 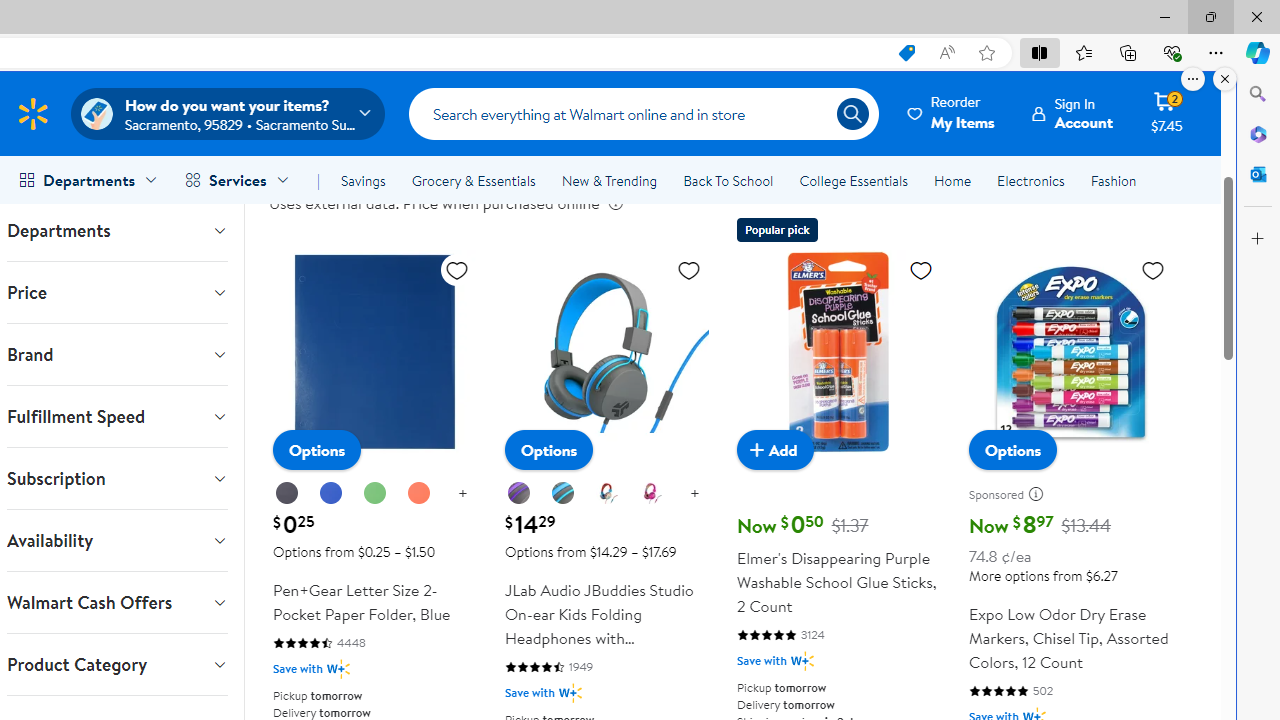 What do you see at coordinates (727, 181) in the screenshot?
I see `'Back To School'` at bounding box center [727, 181].